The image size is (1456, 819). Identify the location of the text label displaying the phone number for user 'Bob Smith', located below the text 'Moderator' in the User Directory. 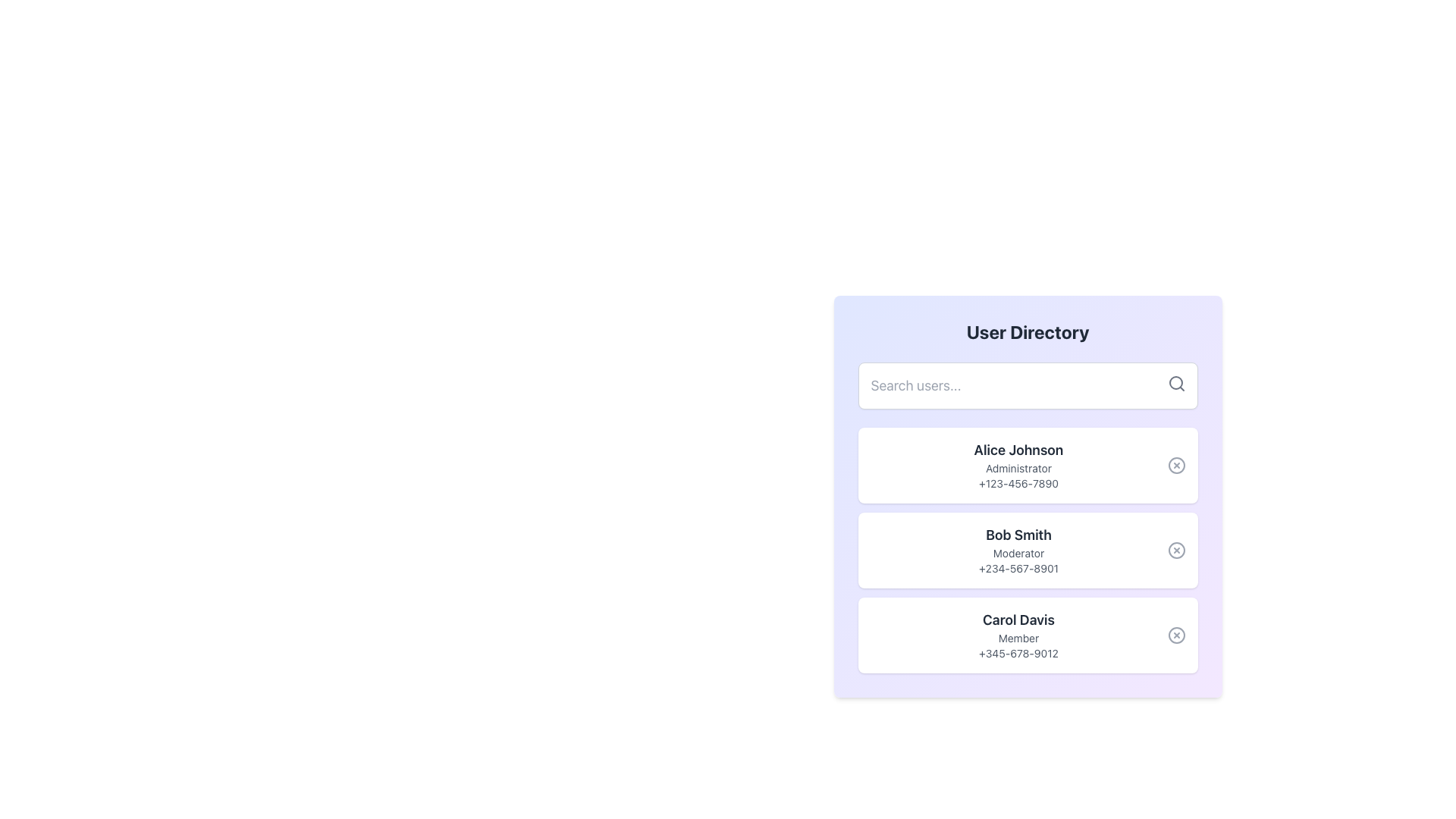
(1018, 568).